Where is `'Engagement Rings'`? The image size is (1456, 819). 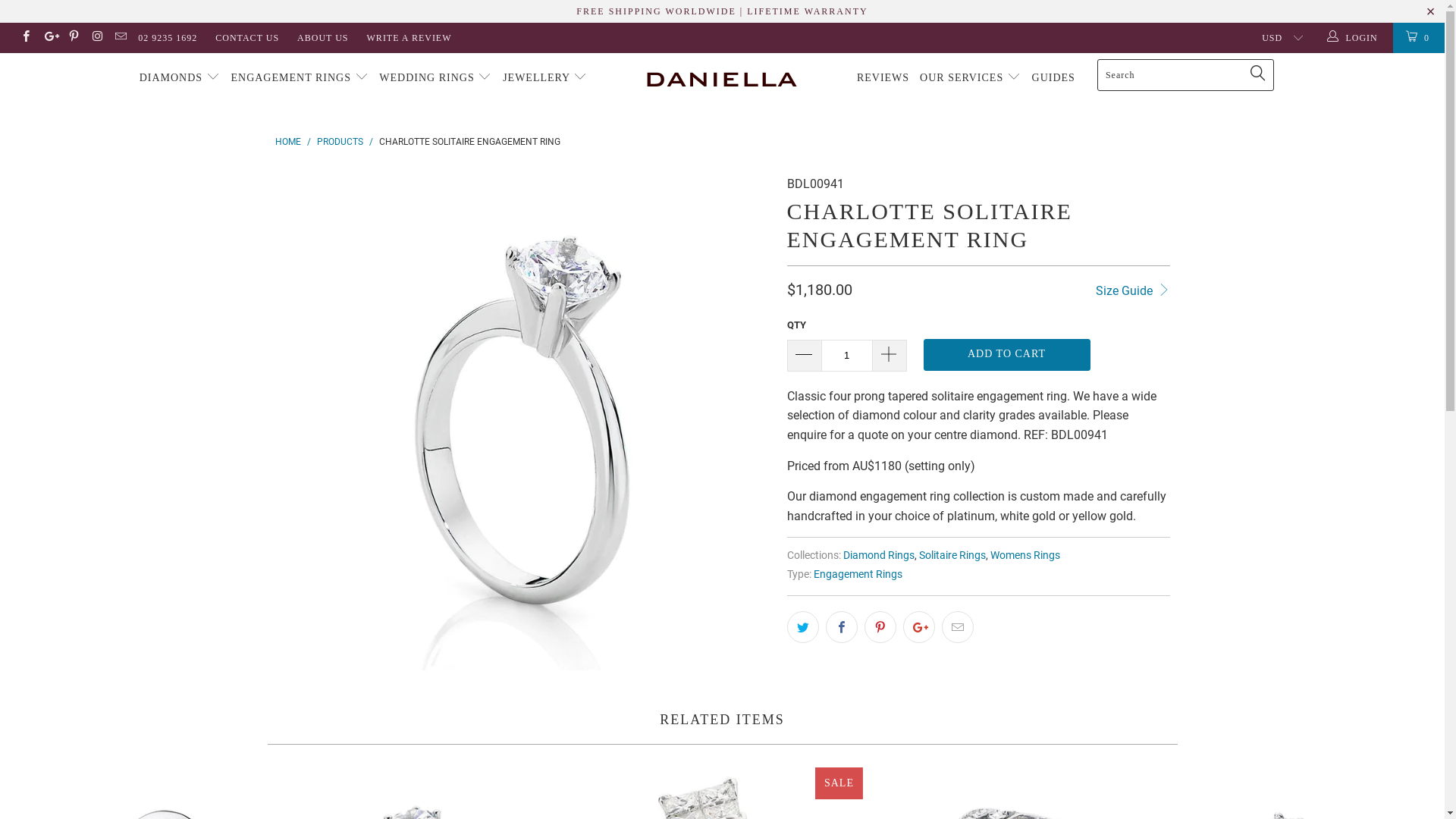 'Engagement Rings' is located at coordinates (811, 574).